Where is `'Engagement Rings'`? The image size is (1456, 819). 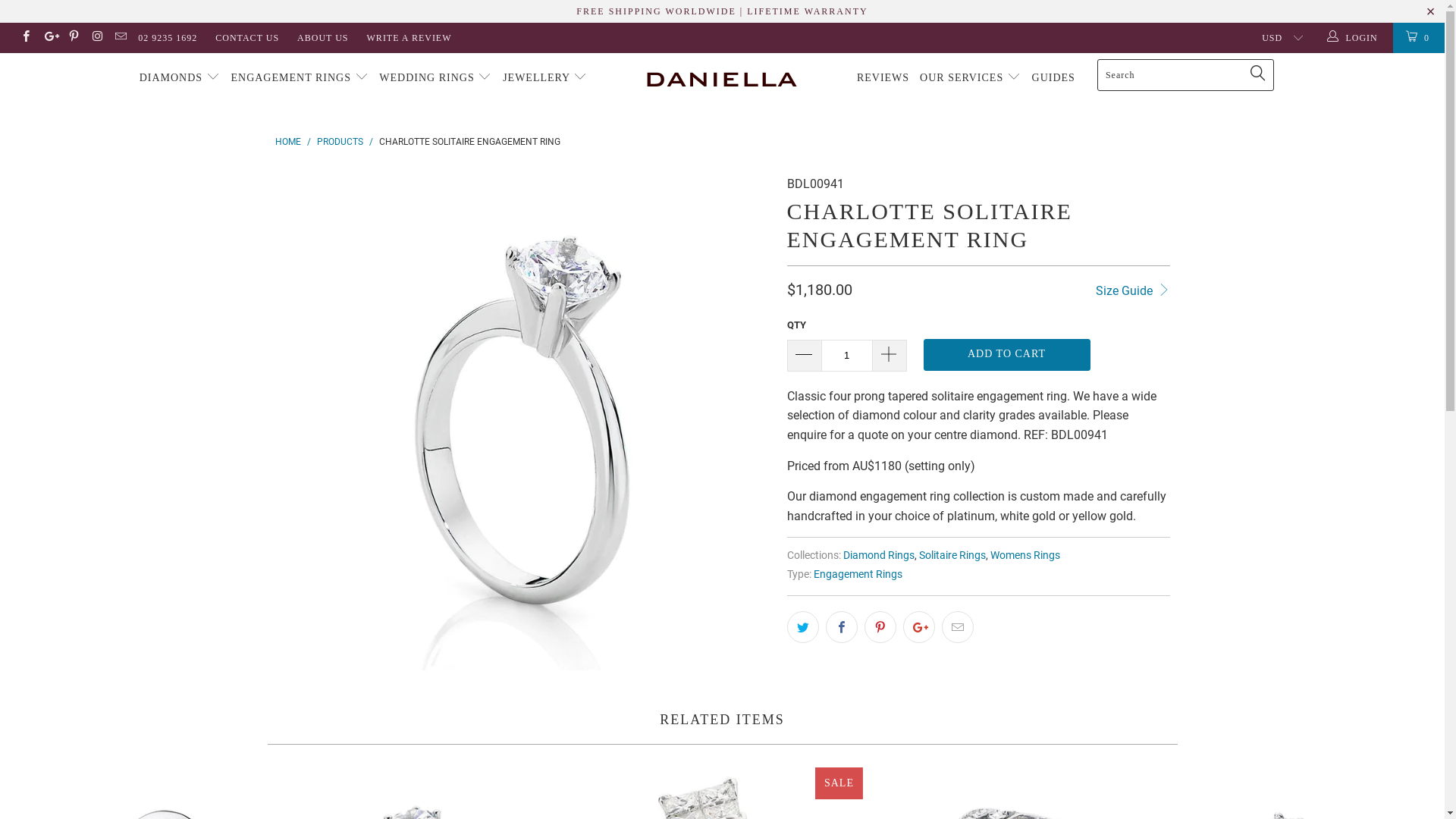 'Engagement Rings' is located at coordinates (811, 574).